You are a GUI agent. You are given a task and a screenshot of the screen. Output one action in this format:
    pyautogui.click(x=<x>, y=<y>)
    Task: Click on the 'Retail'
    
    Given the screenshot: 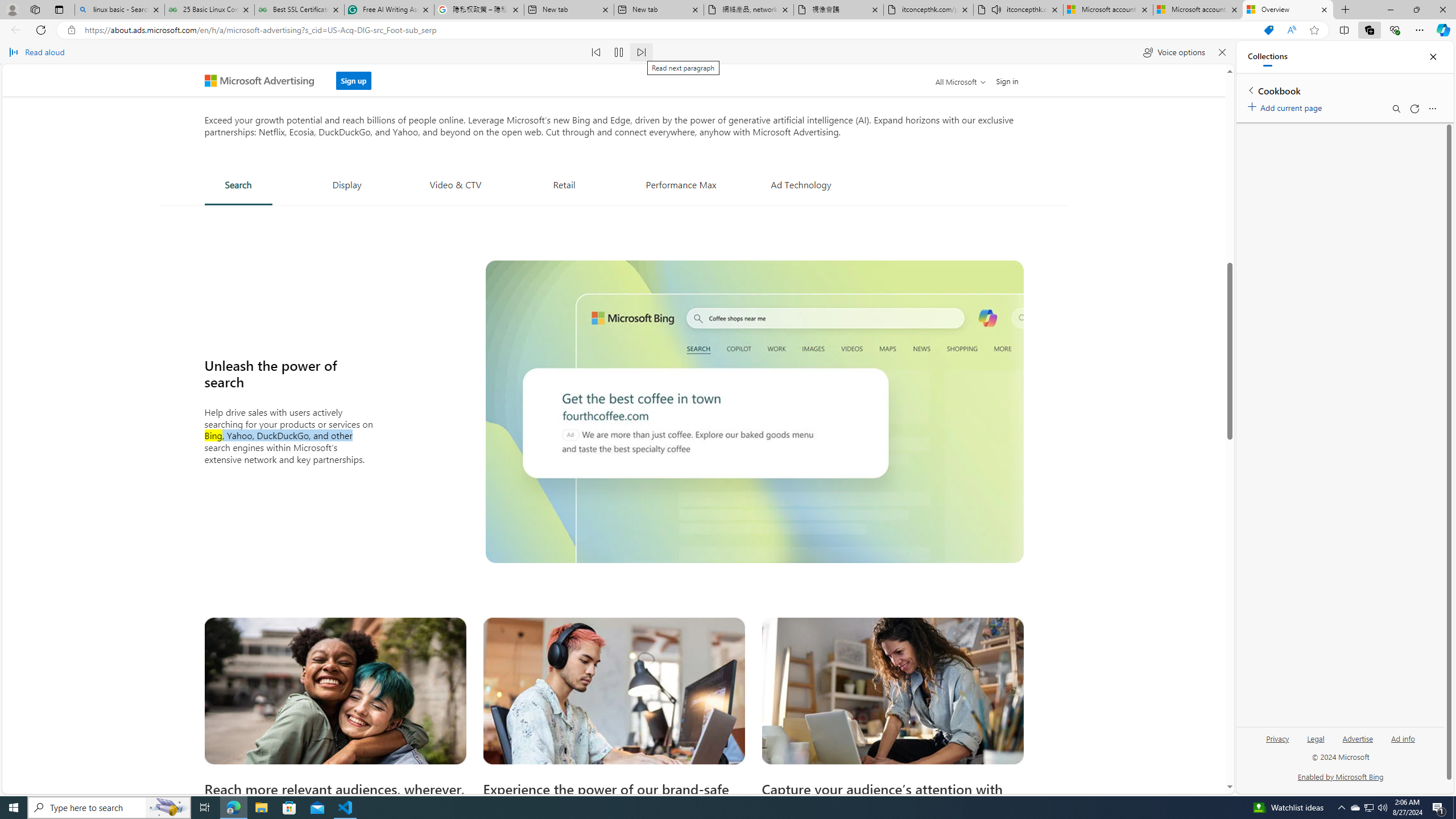 What is the action you would take?
    pyautogui.click(x=564, y=184)
    